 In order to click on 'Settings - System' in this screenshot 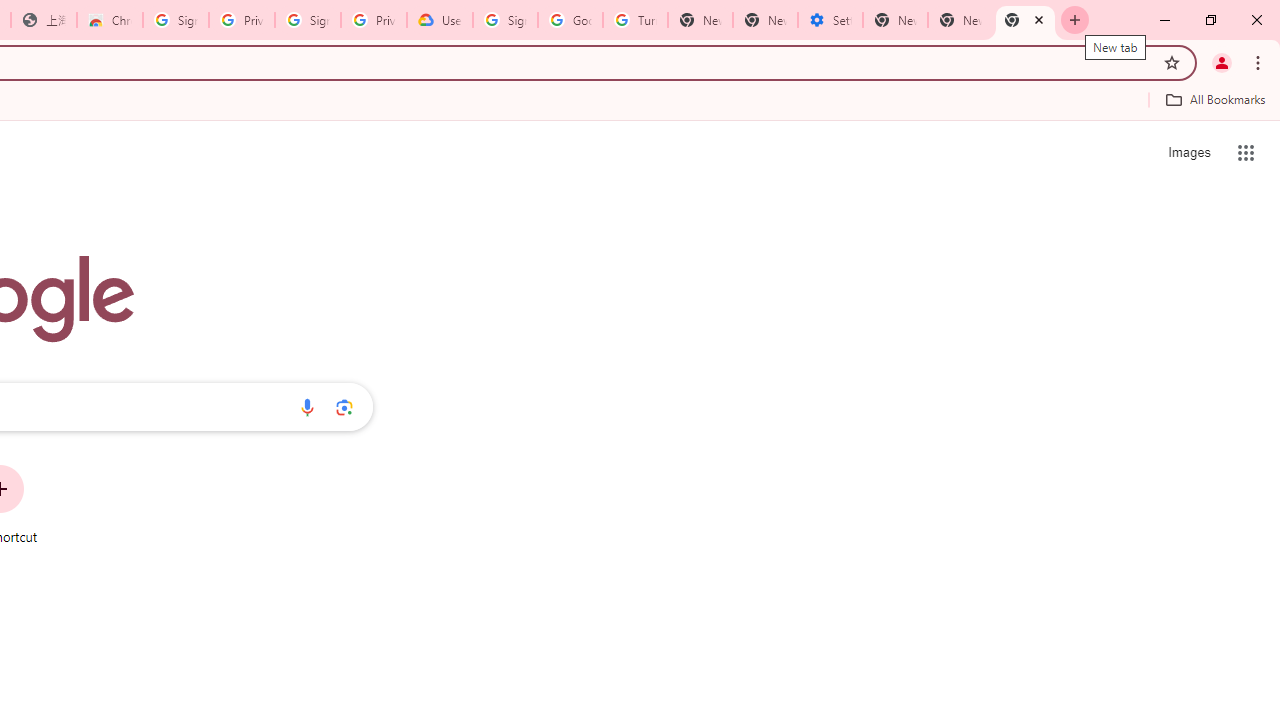, I will do `click(830, 20)`.